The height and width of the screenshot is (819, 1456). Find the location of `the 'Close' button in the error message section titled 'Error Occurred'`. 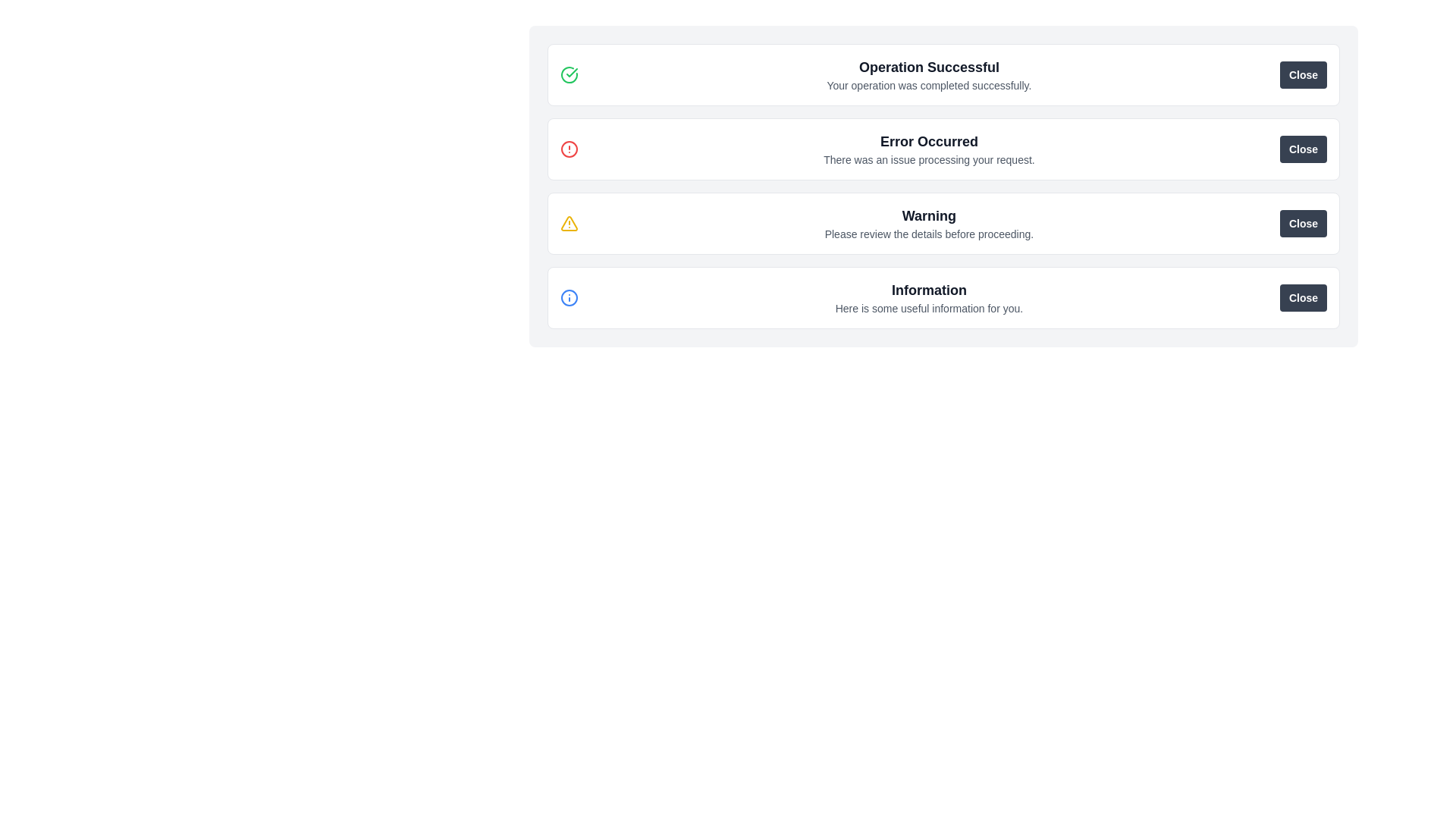

the 'Close' button in the error message section titled 'Error Occurred' is located at coordinates (1302, 149).